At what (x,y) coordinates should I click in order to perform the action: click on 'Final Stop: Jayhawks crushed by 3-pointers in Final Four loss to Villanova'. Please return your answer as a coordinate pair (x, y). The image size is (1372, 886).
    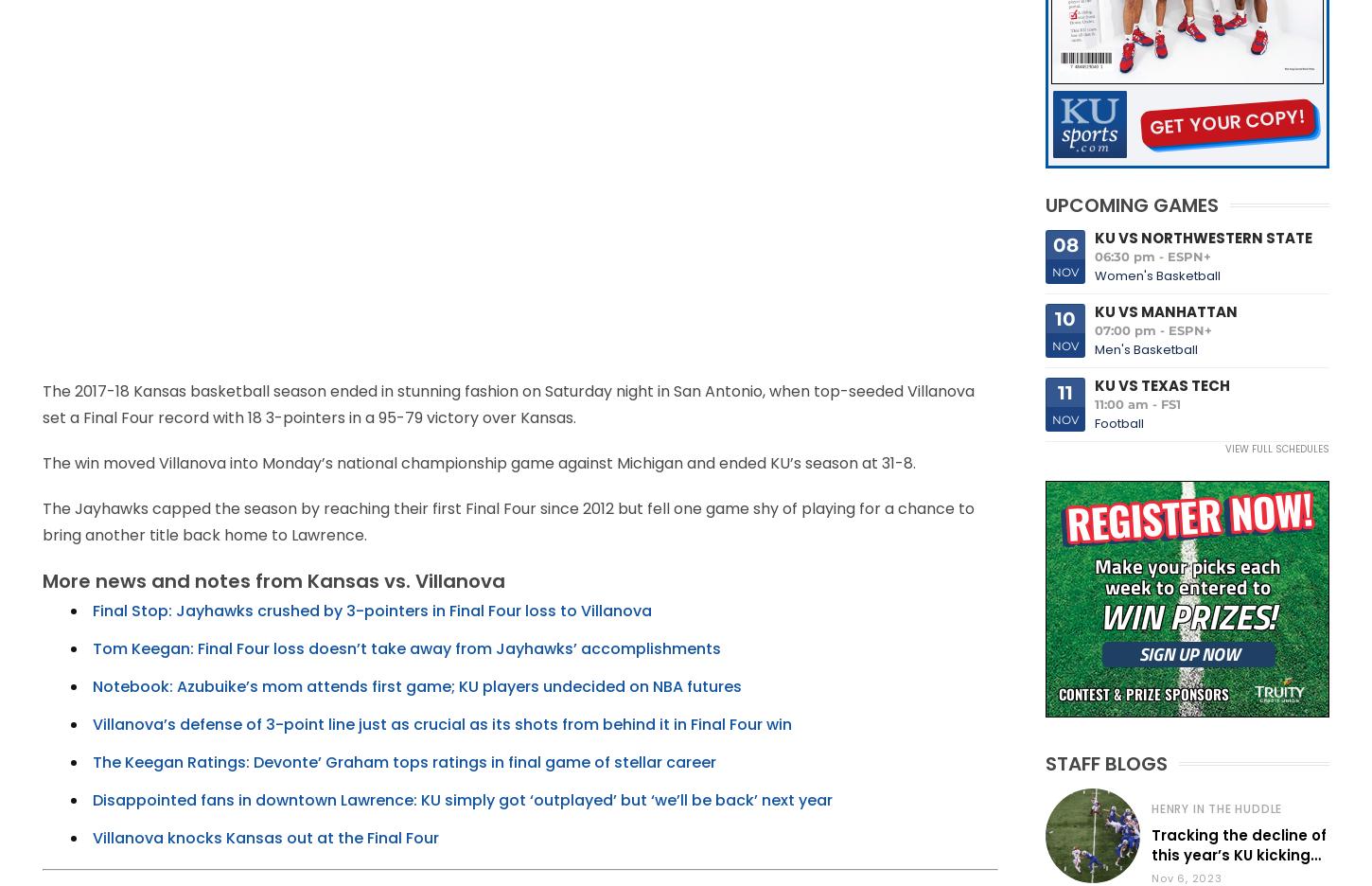
    Looking at the image, I should click on (93, 610).